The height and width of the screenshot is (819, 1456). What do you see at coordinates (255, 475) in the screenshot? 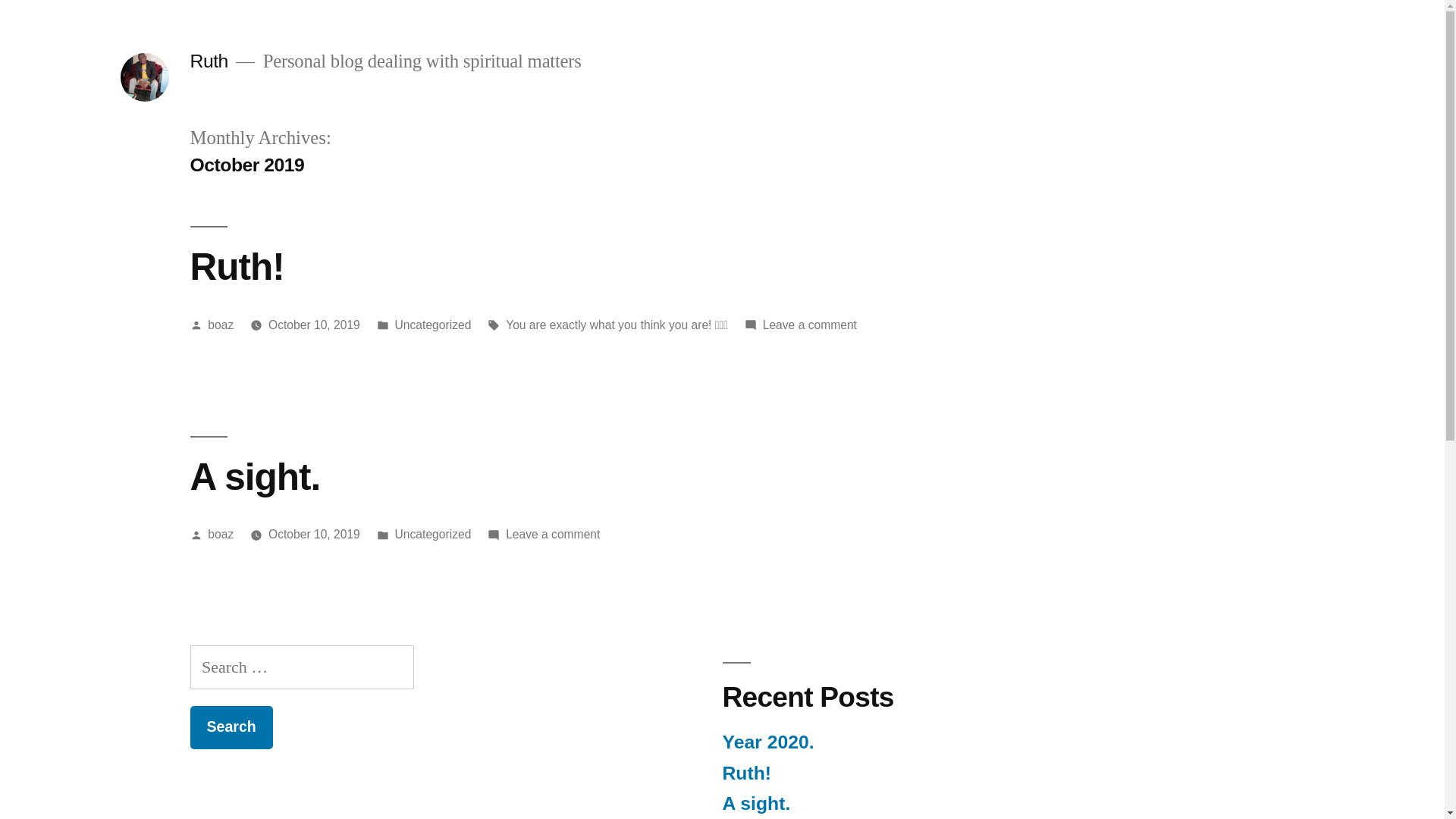
I see `'A sight.'` at bounding box center [255, 475].